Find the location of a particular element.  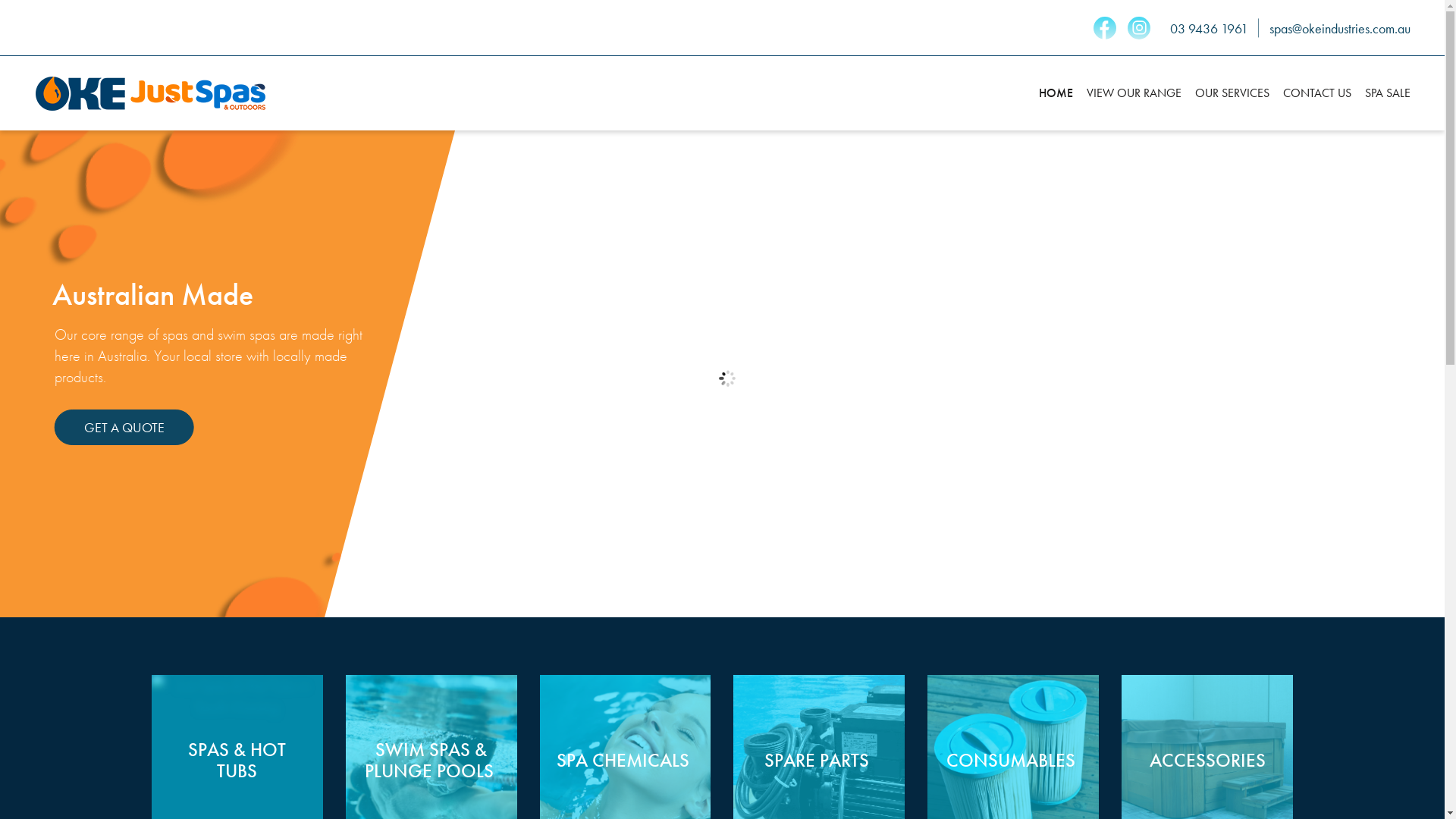

'CONTACT US' is located at coordinates (1316, 93).